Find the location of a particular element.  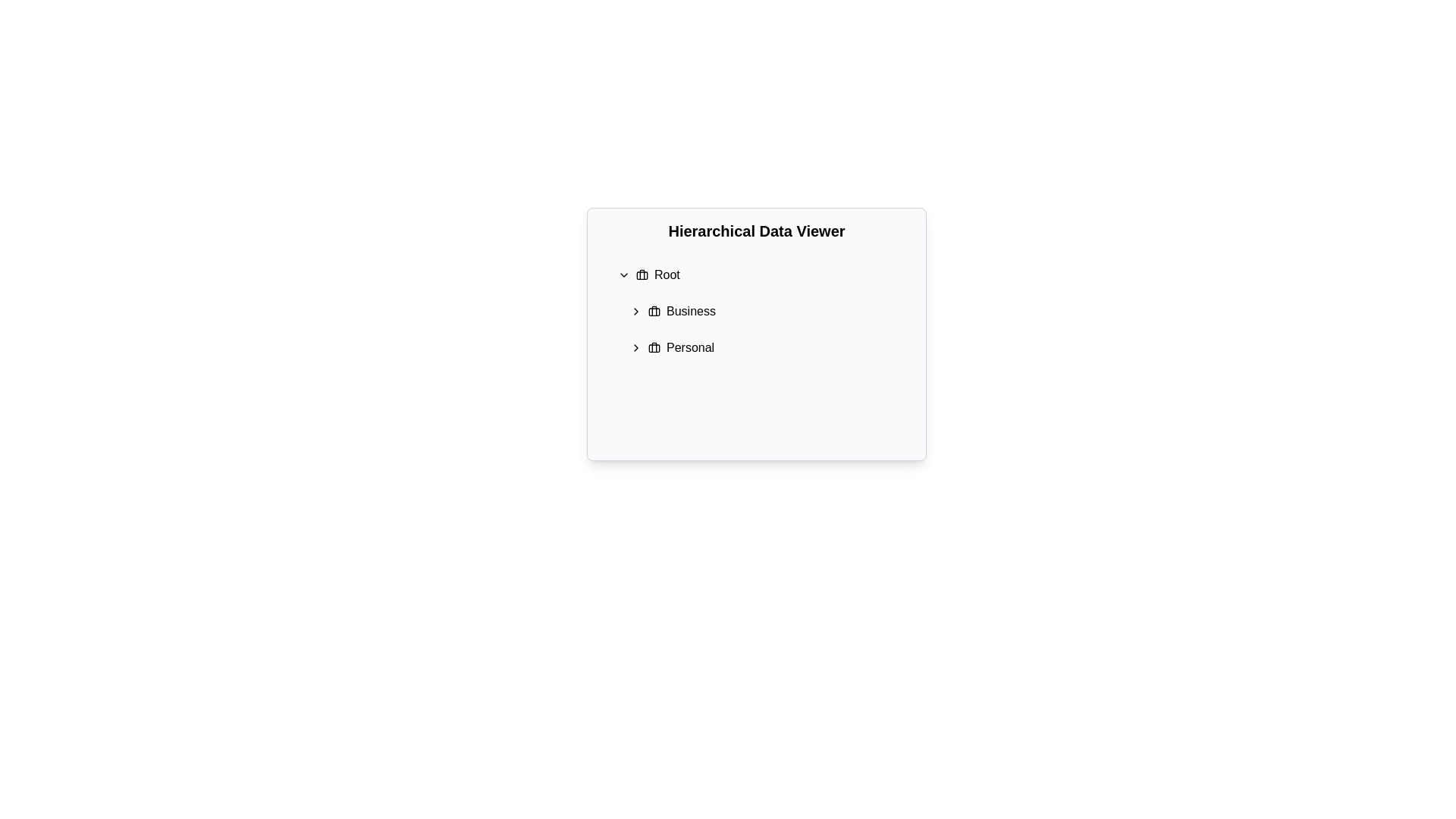

the rectangular Graphical Icon Component resembling a briefcase, which is located to the left of the 'Root' text item in the hierarchical tree structure is located at coordinates (642, 275).